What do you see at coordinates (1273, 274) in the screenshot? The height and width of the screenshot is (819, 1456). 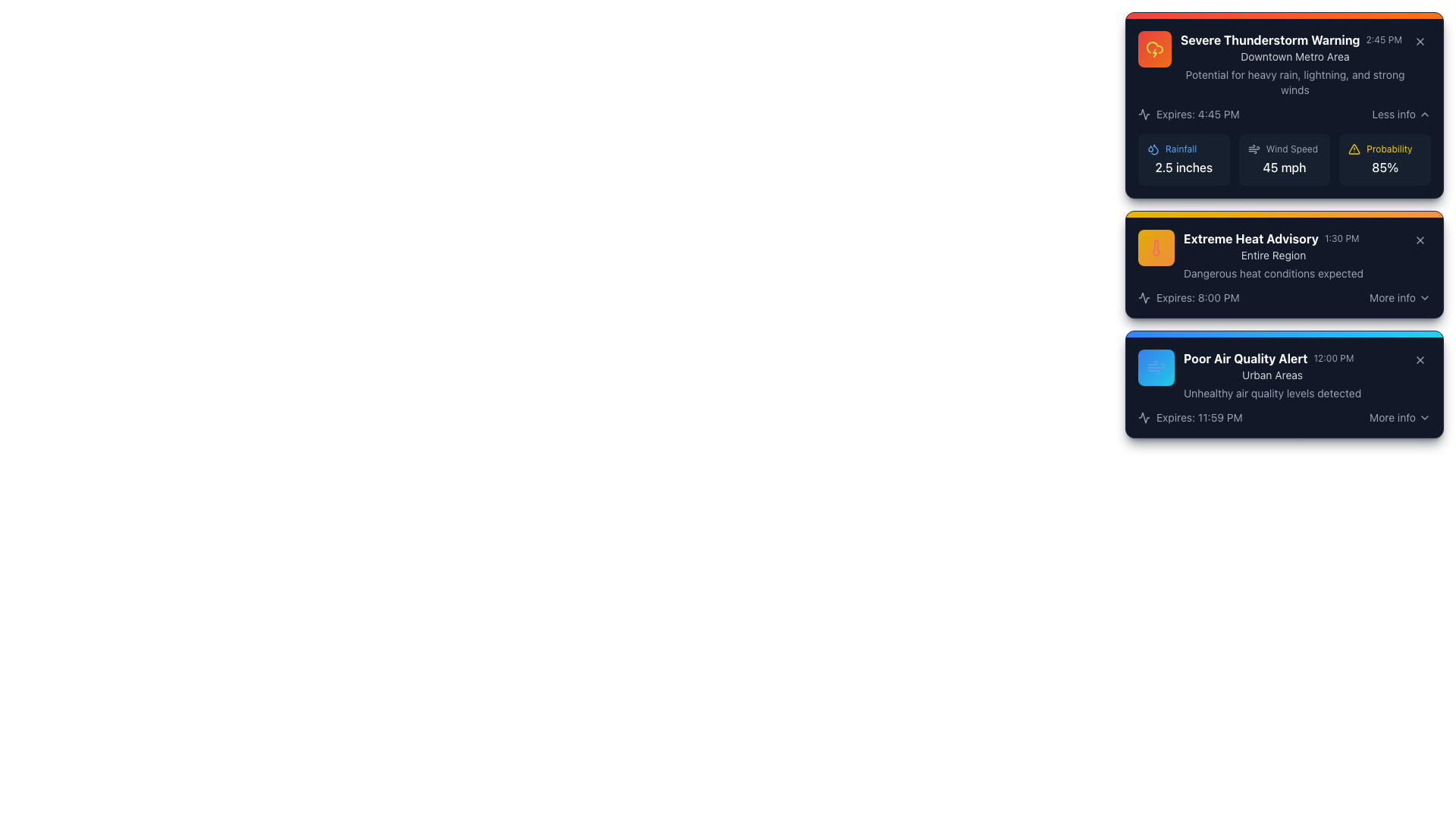 I see `the informational Text label that conveys the potential risk associated with the 'Extreme Heat Advisory', located below the advisory title and region description` at bounding box center [1273, 274].